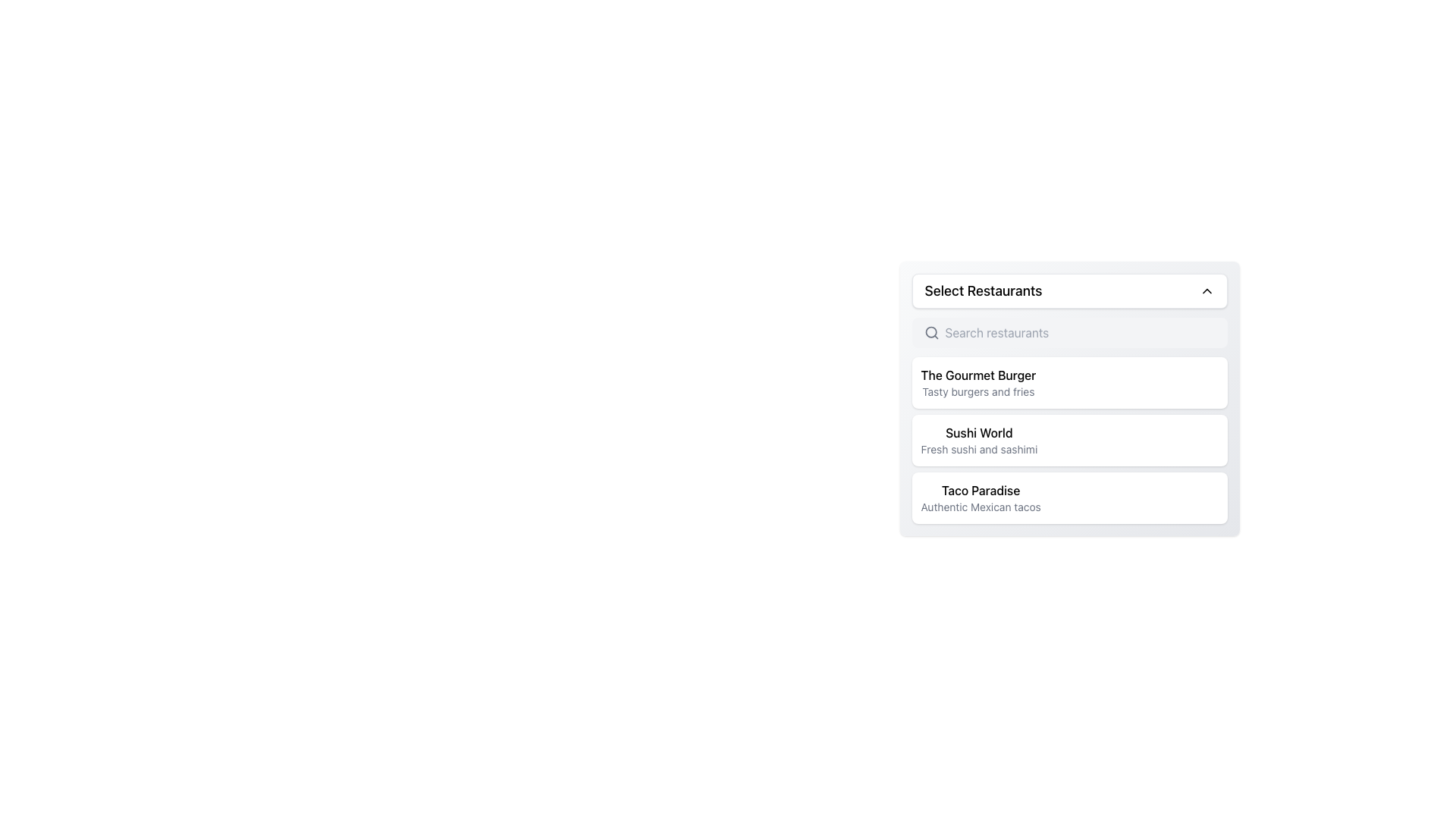  Describe the element at coordinates (983, 291) in the screenshot. I see `the text label that serves as the title for the dropdown menu, which indicates the purpose of selecting from a list of restaurants` at that location.